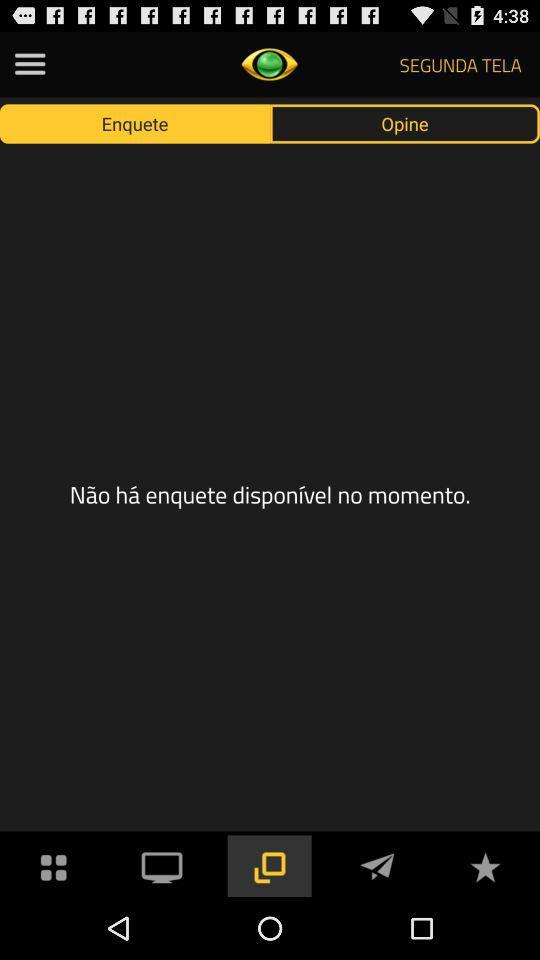  Describe the element at coordinates (161, 864) in the screenshot. I see `cast` at that location.